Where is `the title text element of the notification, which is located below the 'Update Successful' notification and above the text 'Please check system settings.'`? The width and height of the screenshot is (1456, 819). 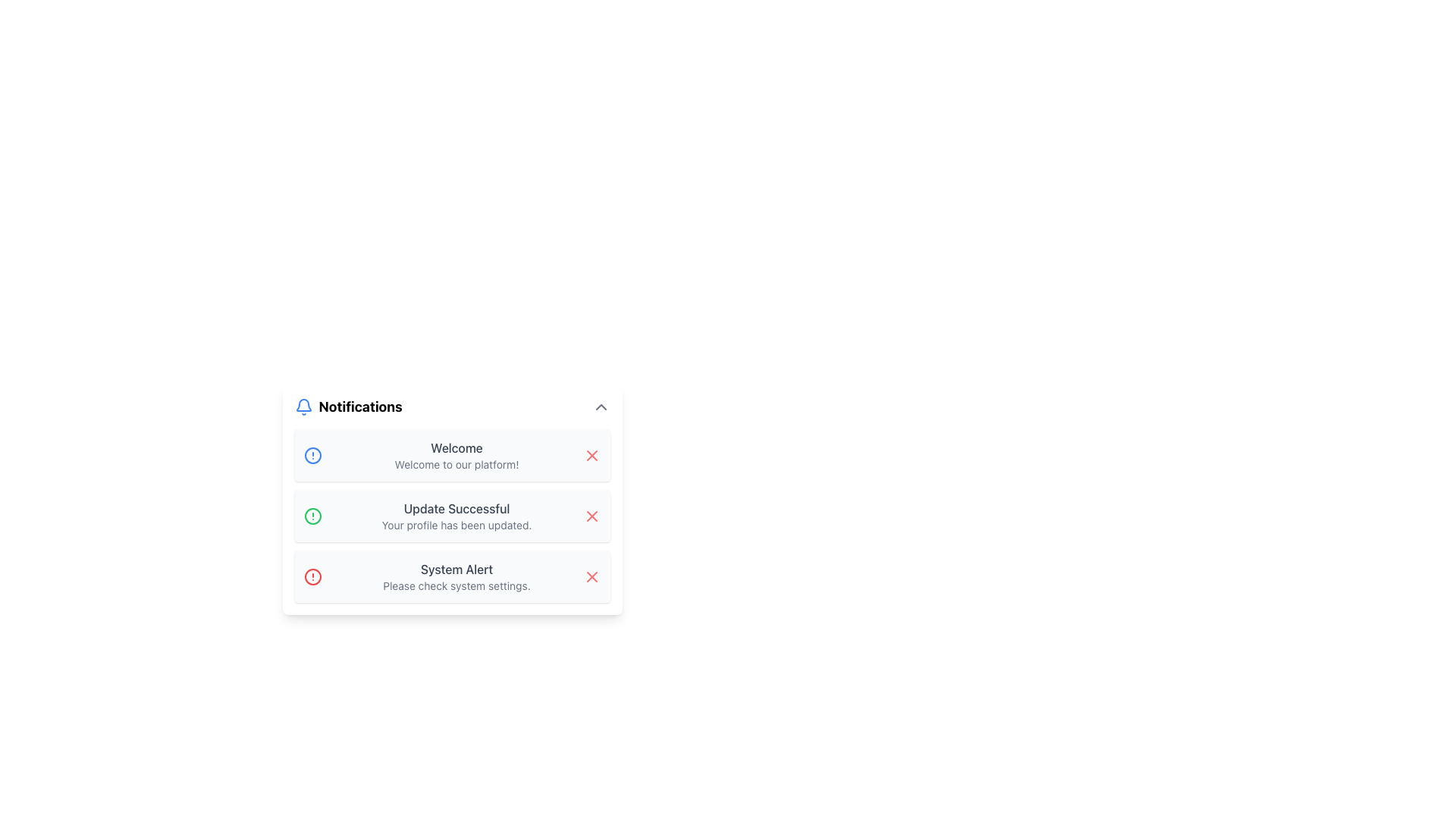 the title text element of the notification, which is located below the 'Update Successful' notification and above the text 'Please check system settings.' is located at coordinates (456, 570).